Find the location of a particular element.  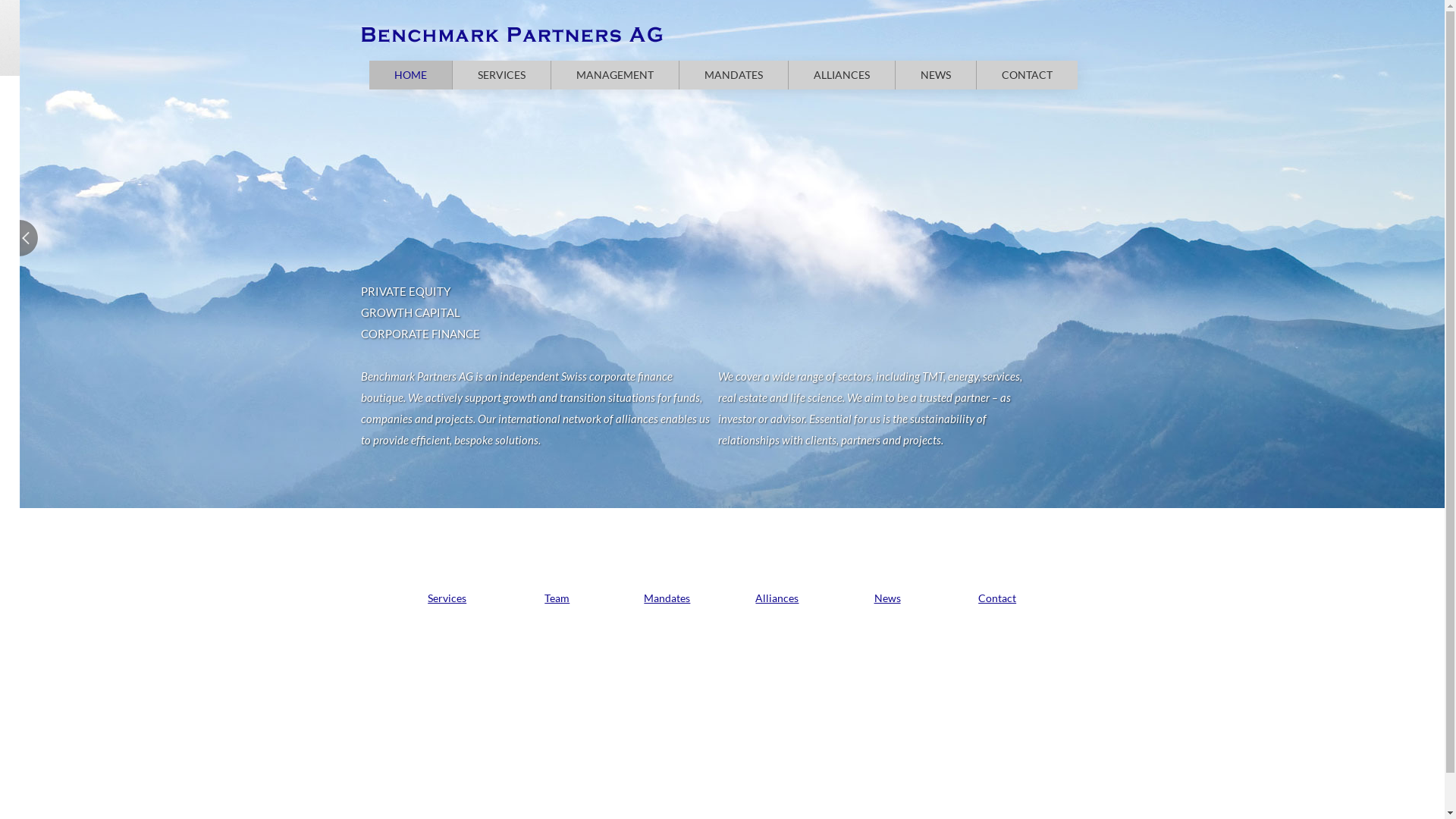

'Contact' is located at coordinates (997, 597).